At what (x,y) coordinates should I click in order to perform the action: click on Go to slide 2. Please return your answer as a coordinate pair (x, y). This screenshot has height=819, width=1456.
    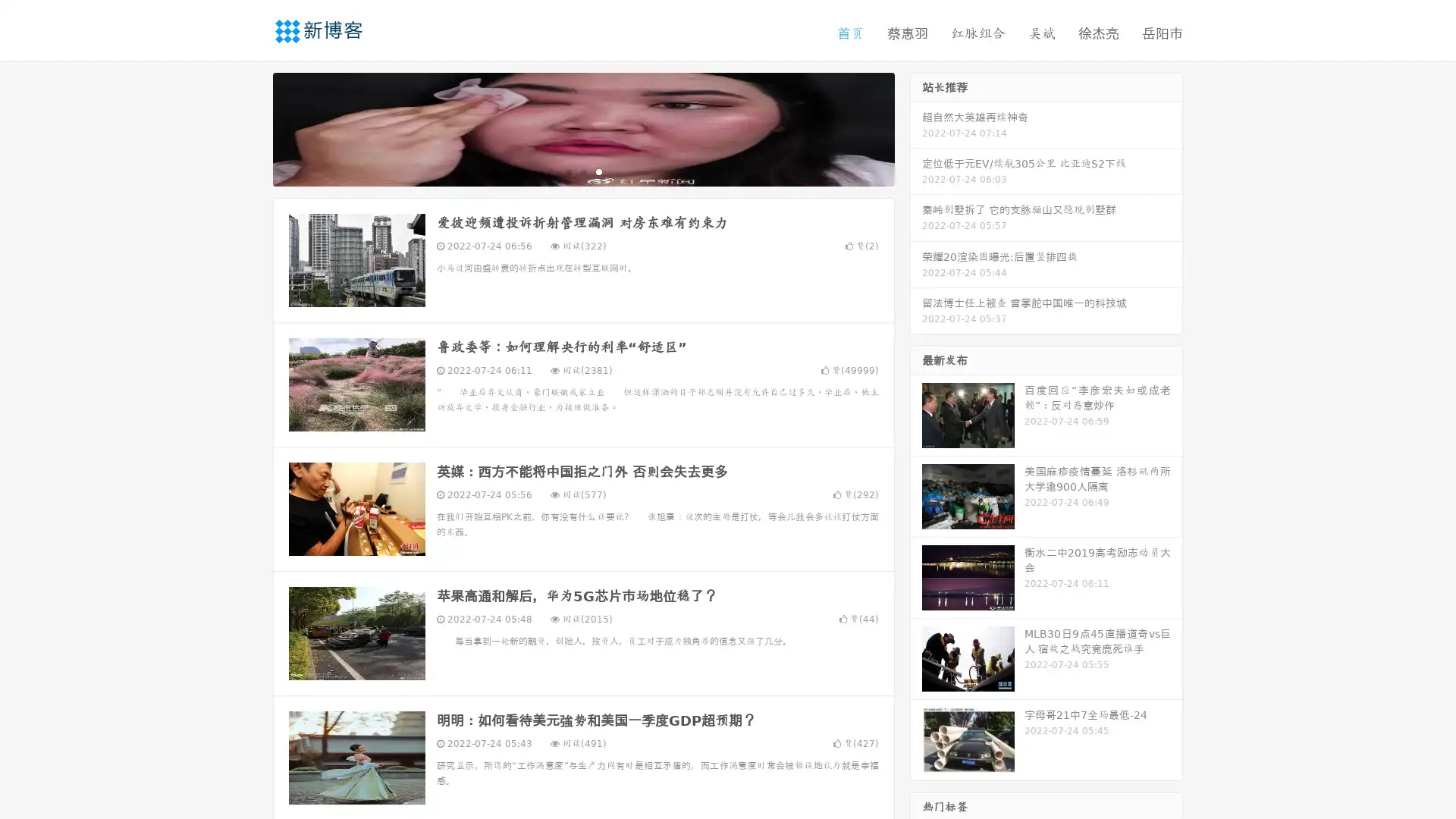
    Looking at the image, I should click on (582, 171).